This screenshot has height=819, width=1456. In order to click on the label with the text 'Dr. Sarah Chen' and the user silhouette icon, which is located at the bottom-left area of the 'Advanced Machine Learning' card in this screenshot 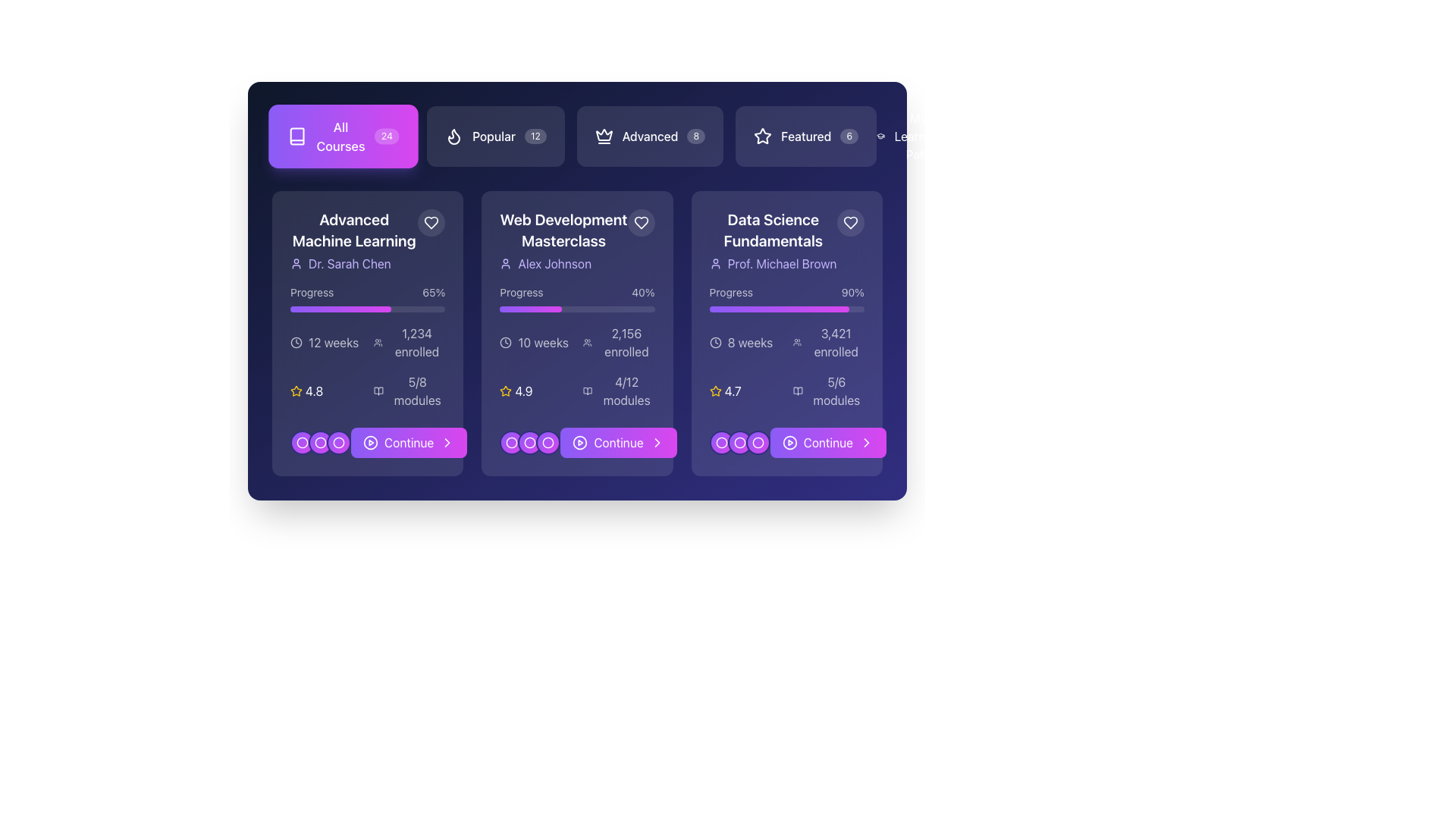, I will do `click(353, 262)`.